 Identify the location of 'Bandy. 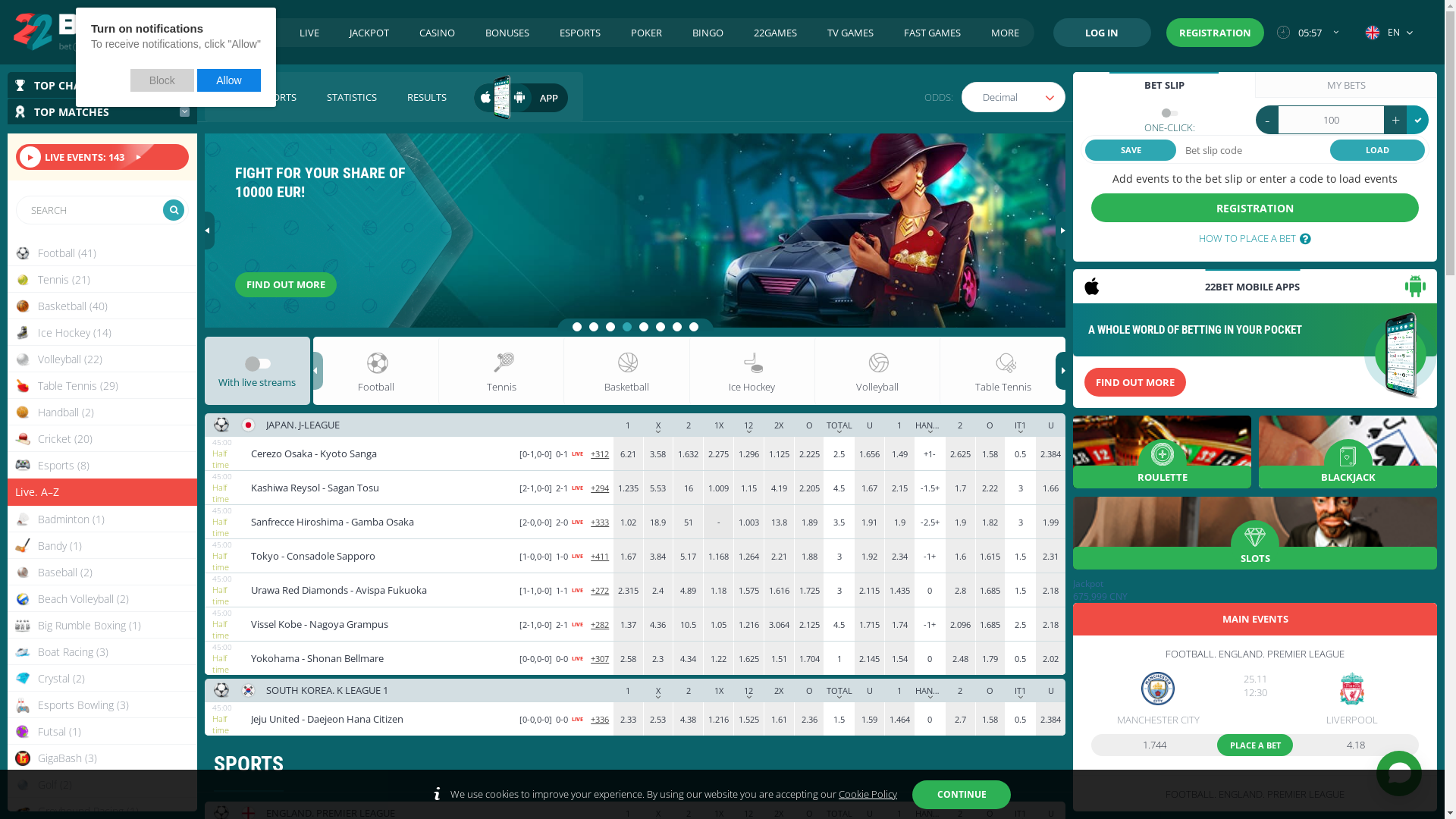
(101, 544).